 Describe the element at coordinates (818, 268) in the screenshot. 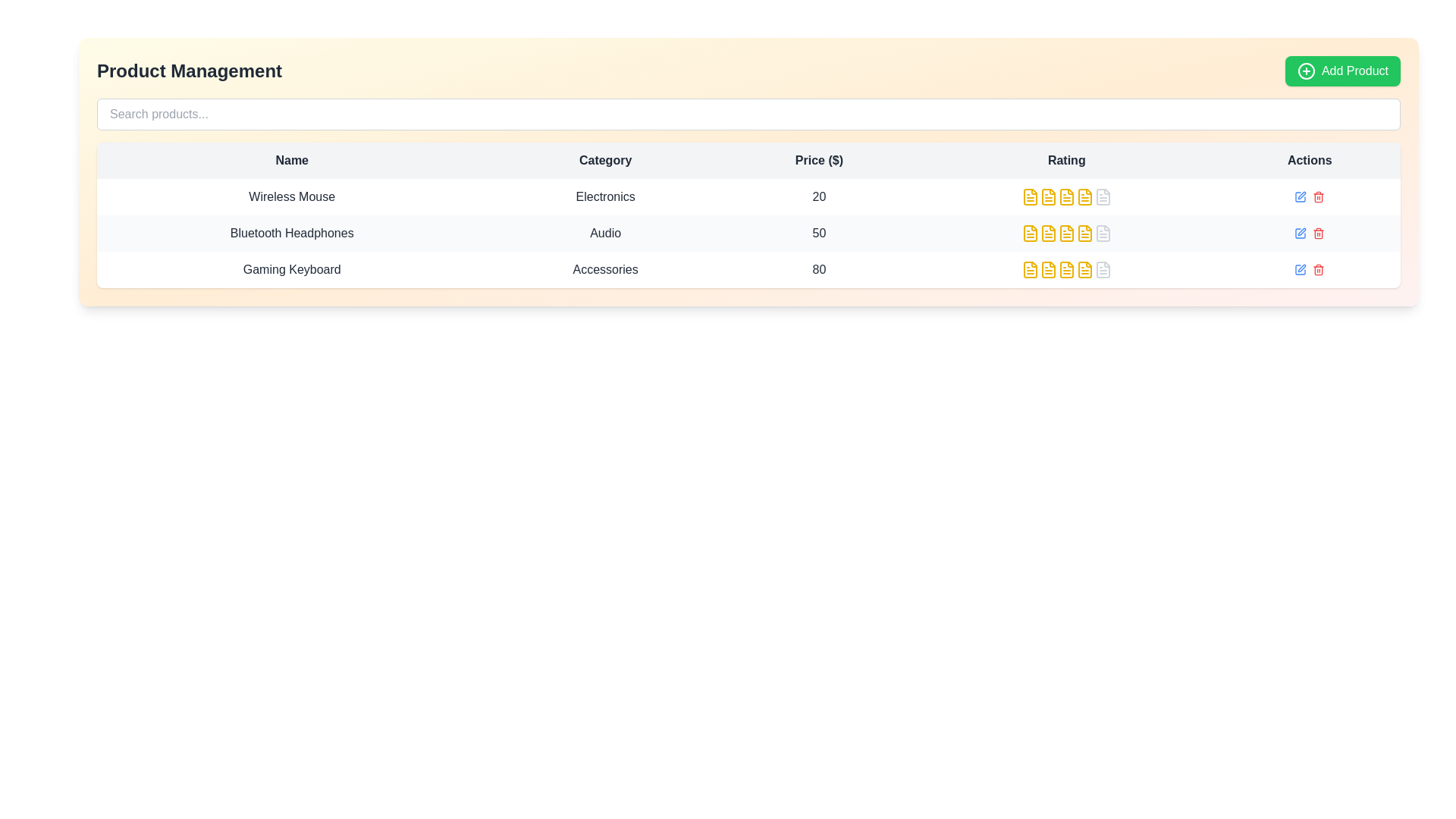

I see `price value for the product 'Gaming Keyboard' from the text label located in the third row of the table under the 'Price ($)' column` at that location.